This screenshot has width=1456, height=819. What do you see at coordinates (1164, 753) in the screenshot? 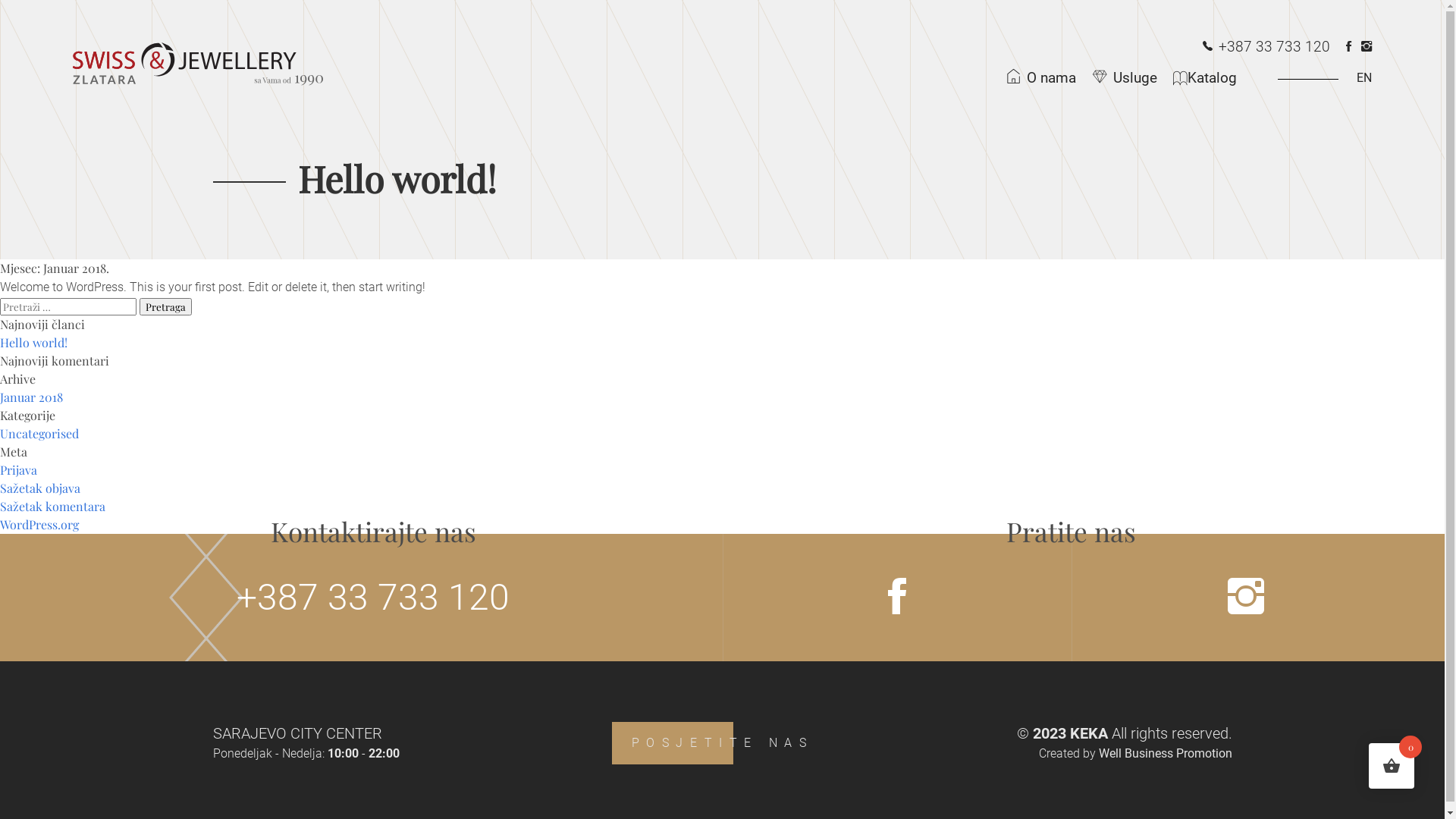
I see `'Well Business Promotion'` at bounding box center [1164, 753].